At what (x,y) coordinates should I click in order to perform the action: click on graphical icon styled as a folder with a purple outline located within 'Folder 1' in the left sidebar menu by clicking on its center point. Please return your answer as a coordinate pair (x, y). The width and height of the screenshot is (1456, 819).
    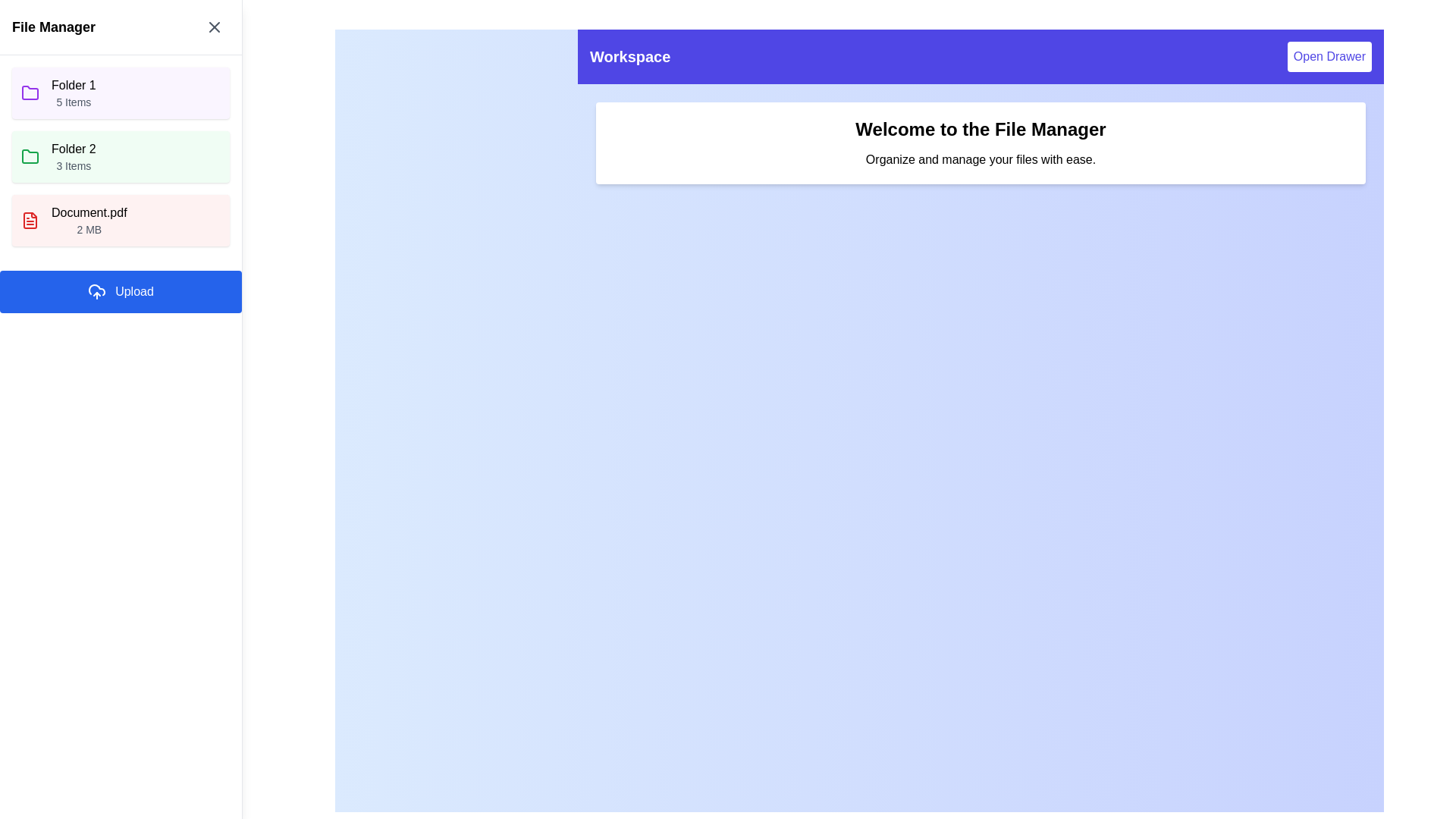
    Looking at the image, I should click on (30, 93).